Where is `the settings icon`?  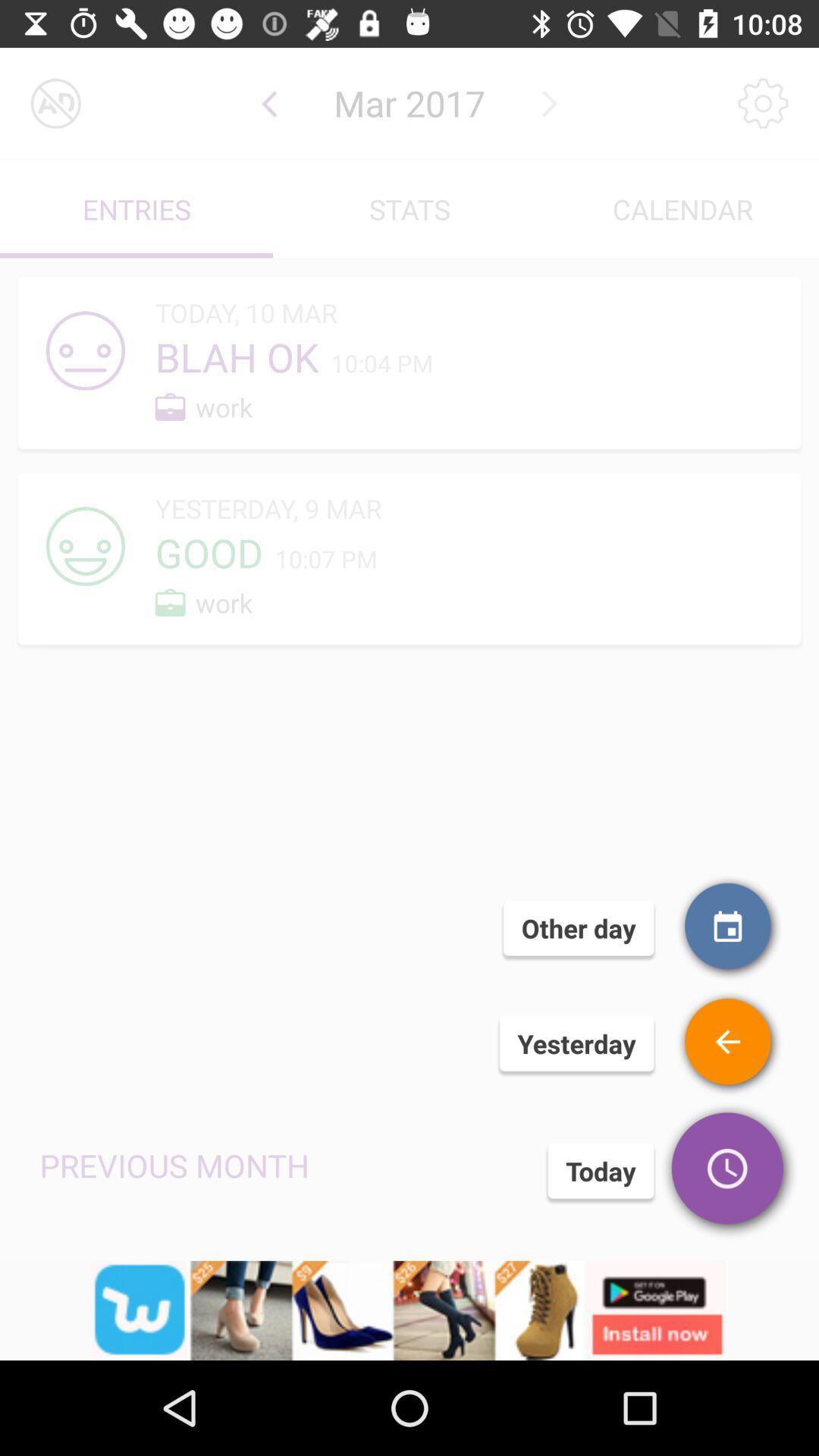
the settings icon is located at coordinates (763, 102).